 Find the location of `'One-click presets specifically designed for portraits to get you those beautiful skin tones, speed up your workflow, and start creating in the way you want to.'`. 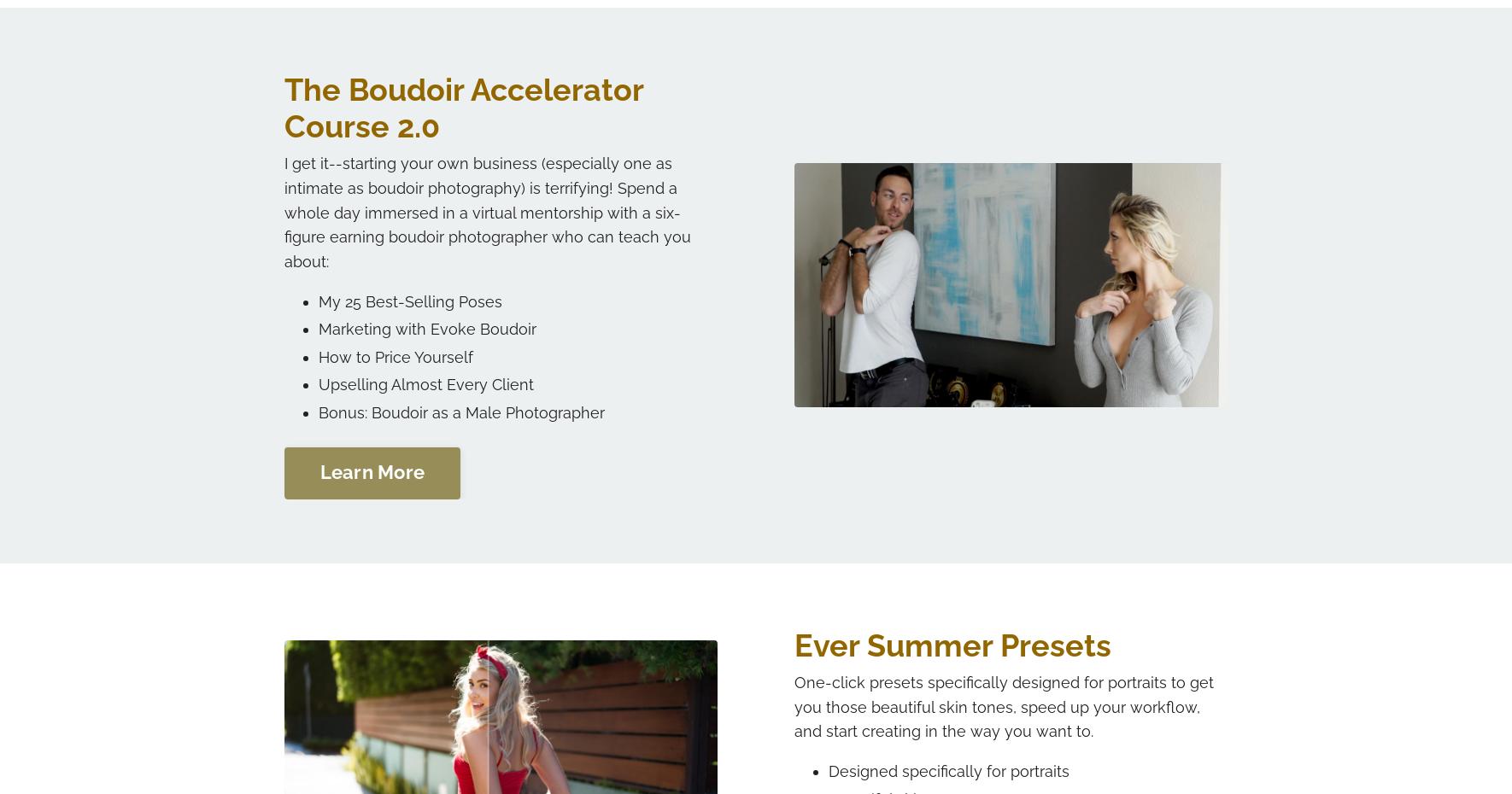

'One-click presets specifically designed for portraits to get you those beautiful skin tones, speed up your workflow, and start creating in the way you want to.' is located at coordinates (1004, 705).